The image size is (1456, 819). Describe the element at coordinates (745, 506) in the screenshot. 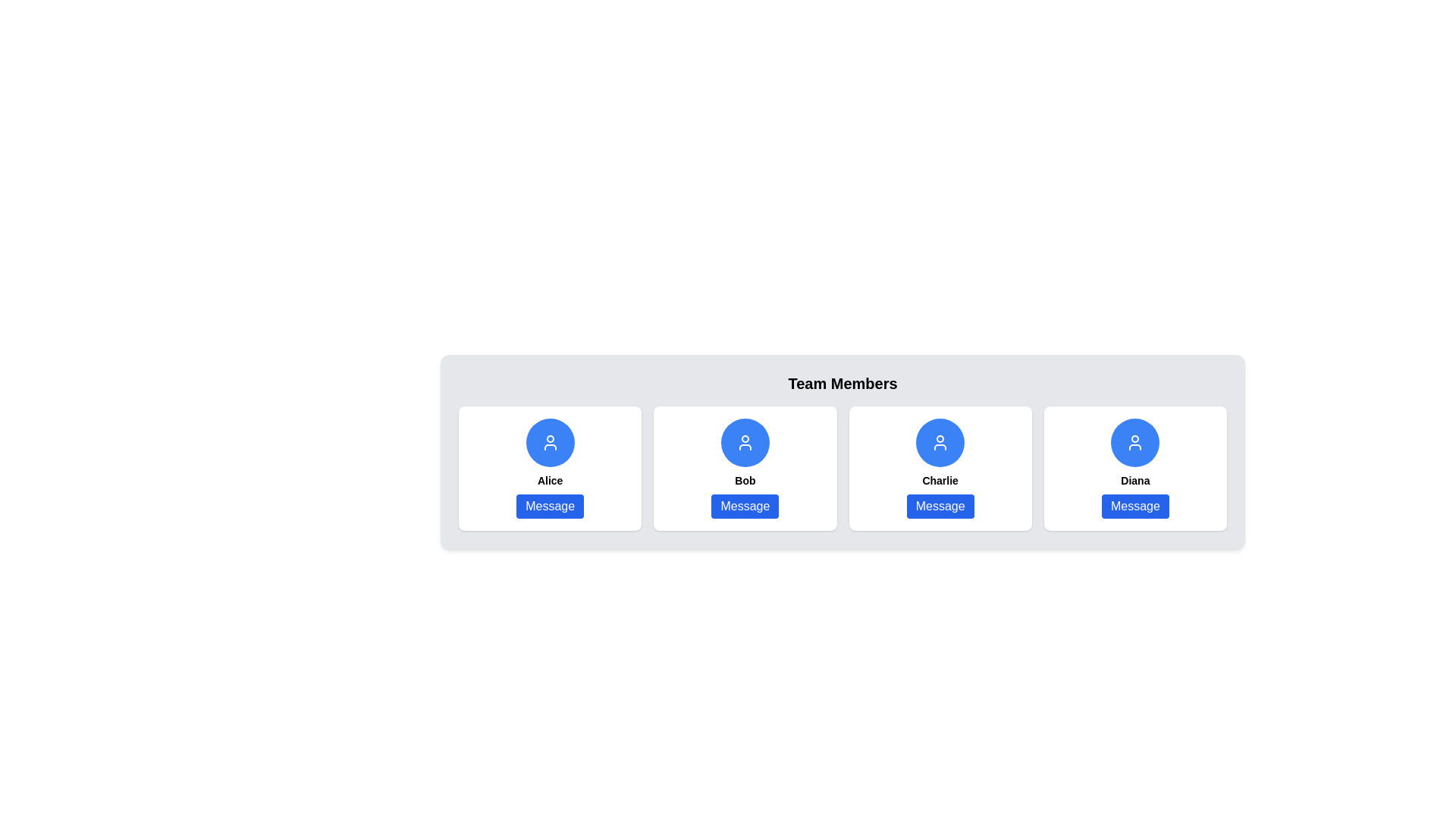

I see `the 'Send Message to Bob' button to observe its hover effect` at that location.